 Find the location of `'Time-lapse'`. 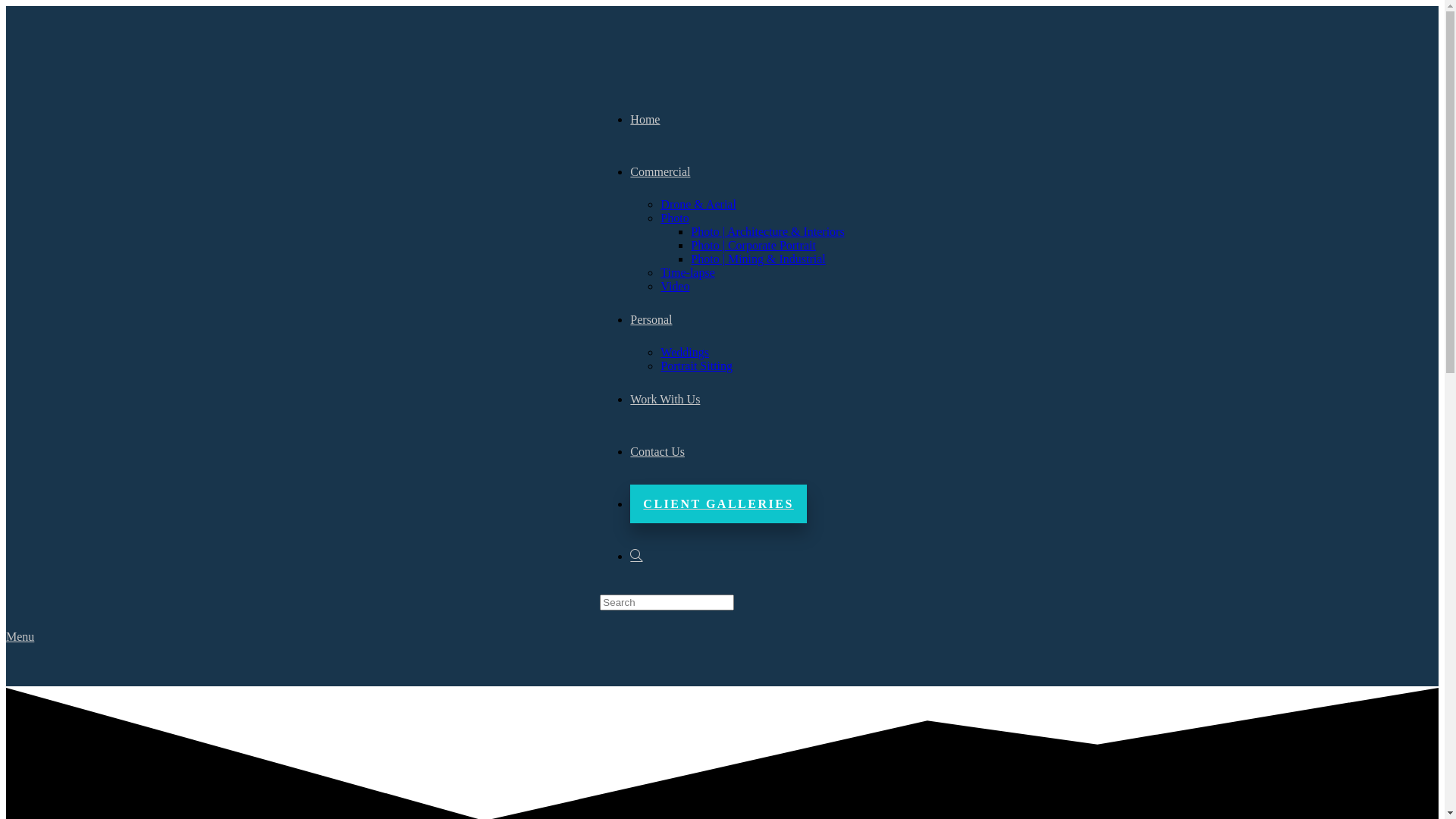

'Time-lapse' is located at coordinates (686, 271).